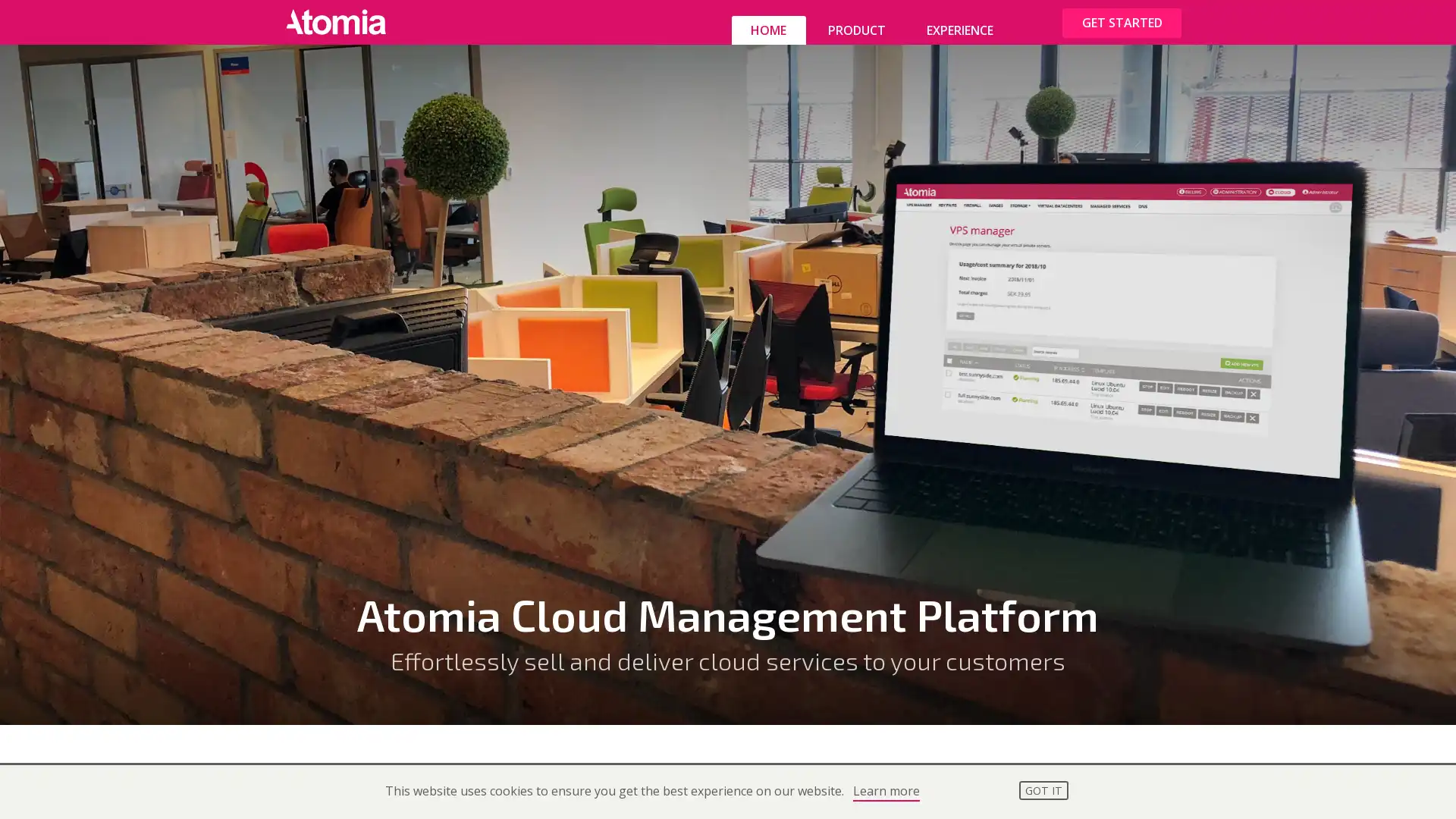 The height and width of the screenshot is (819, 1456). What do you see at coordinates (885, 791) in the screenshot?
I see `learn more about cookies` at bounding box center [885, 791].